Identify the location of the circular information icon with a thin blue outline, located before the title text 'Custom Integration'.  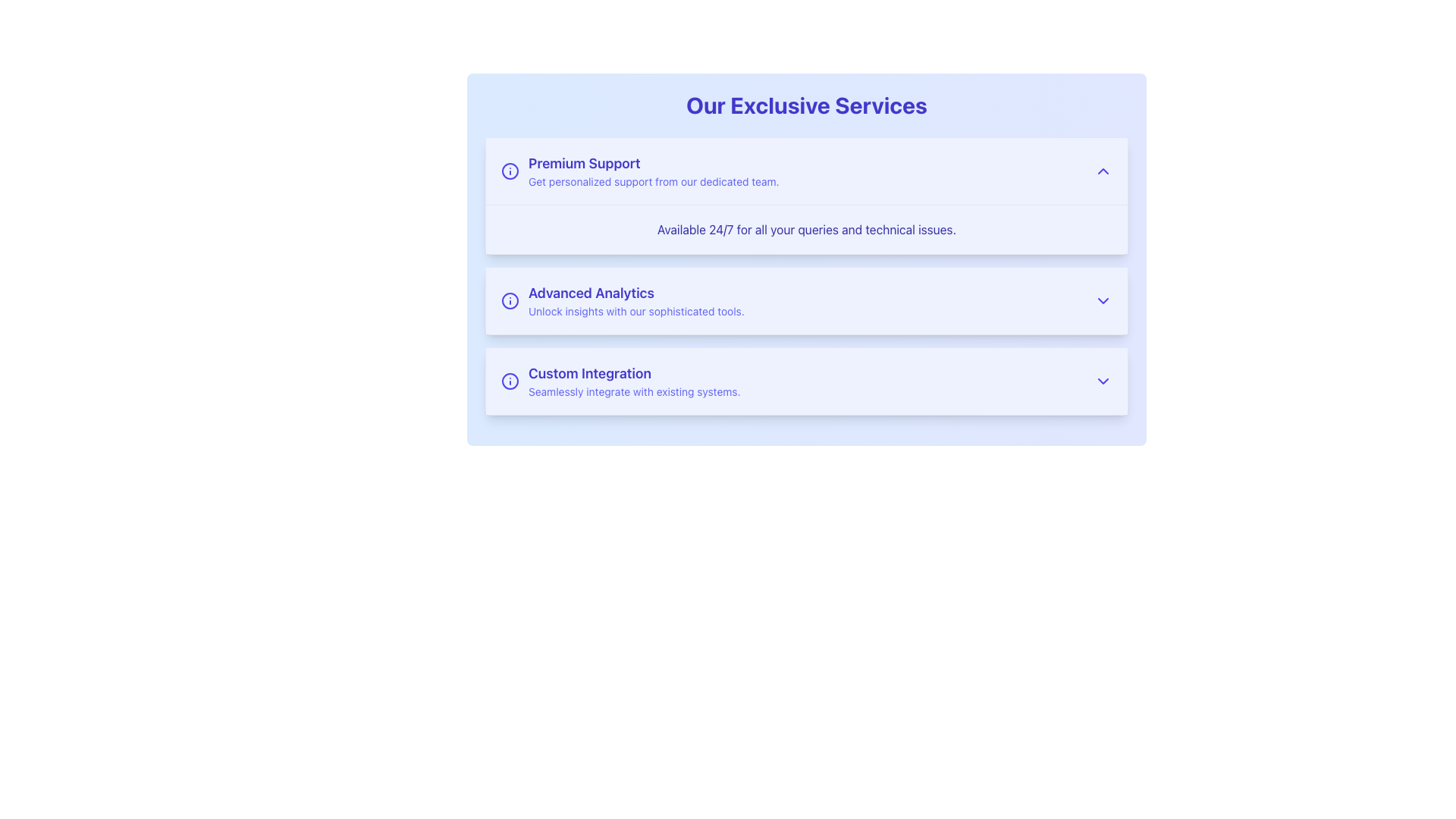
(510, 380).